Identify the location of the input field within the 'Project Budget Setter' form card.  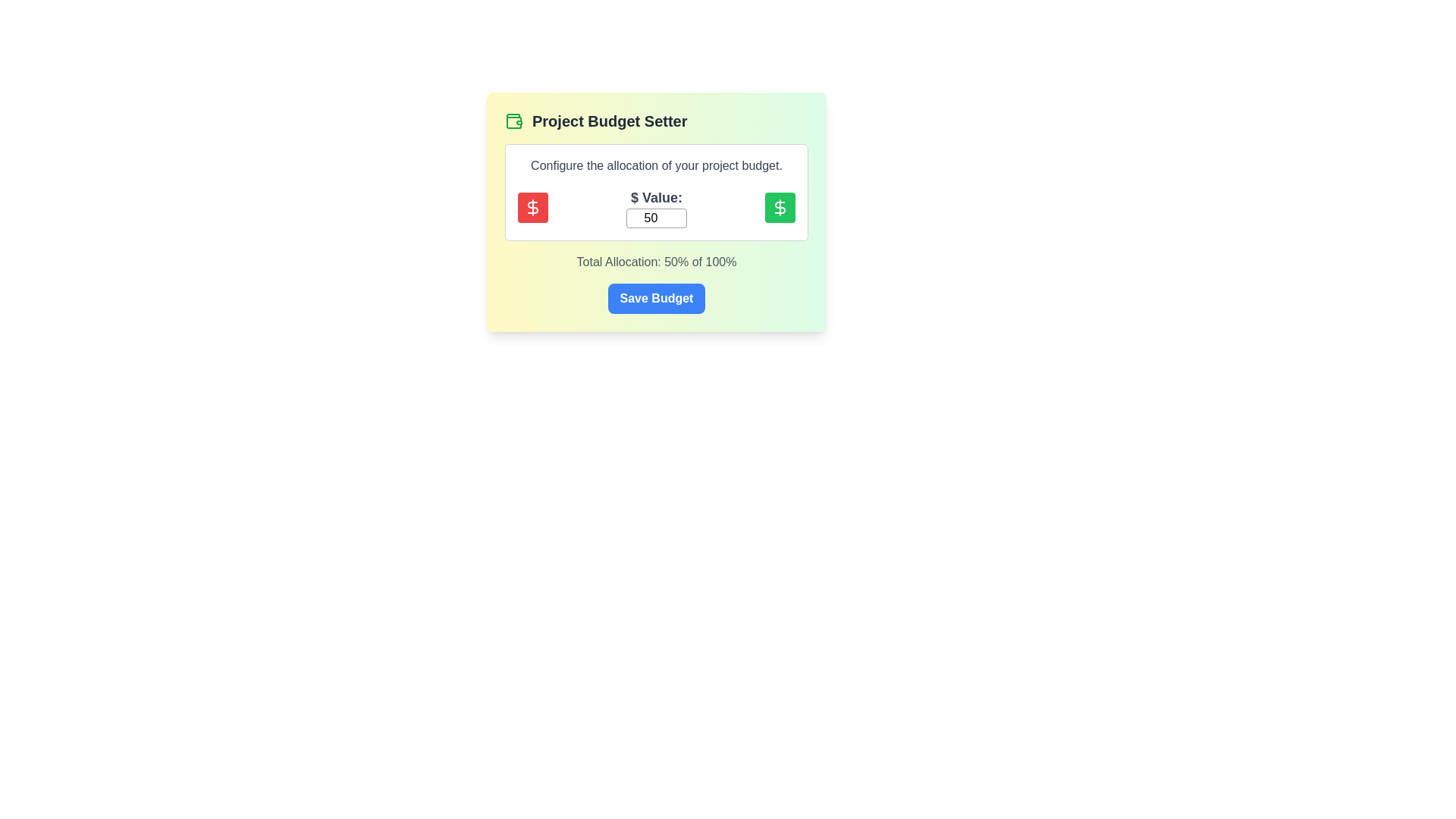
(656, 207).